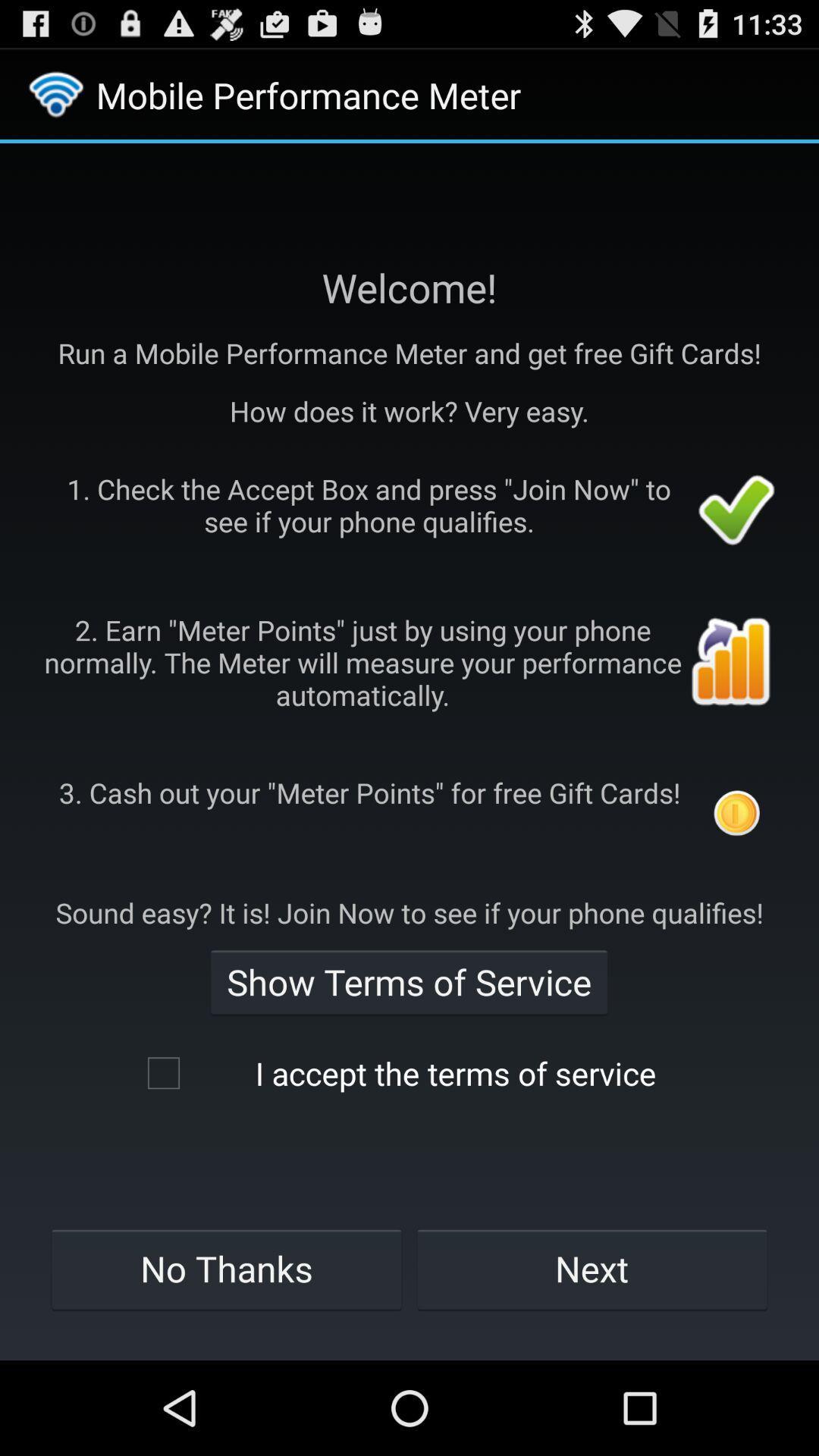 The height and width of the screenshot is (1456, 819). I want to click on icon at the bottom left corner, so click(226, 1269).